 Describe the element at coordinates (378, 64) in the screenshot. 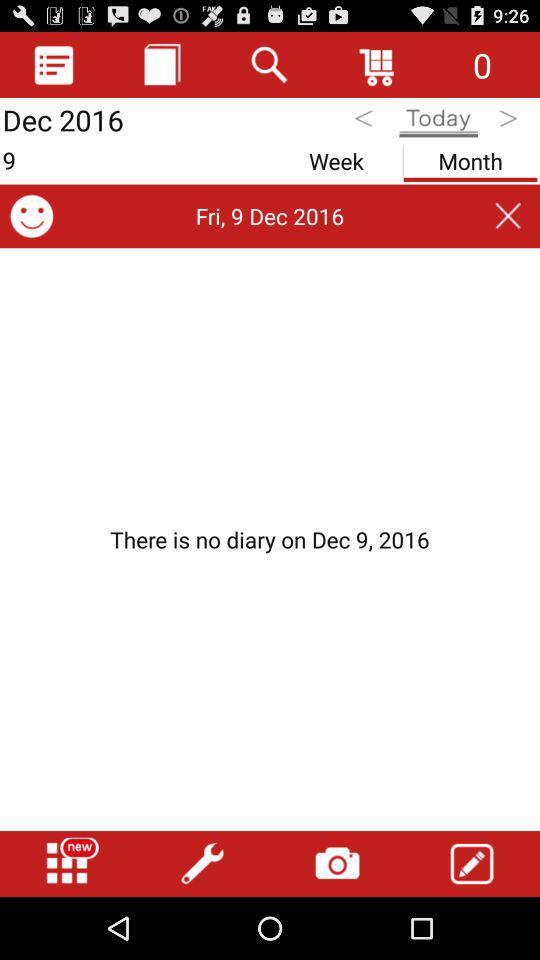

I see `app next to the 0` at that location.